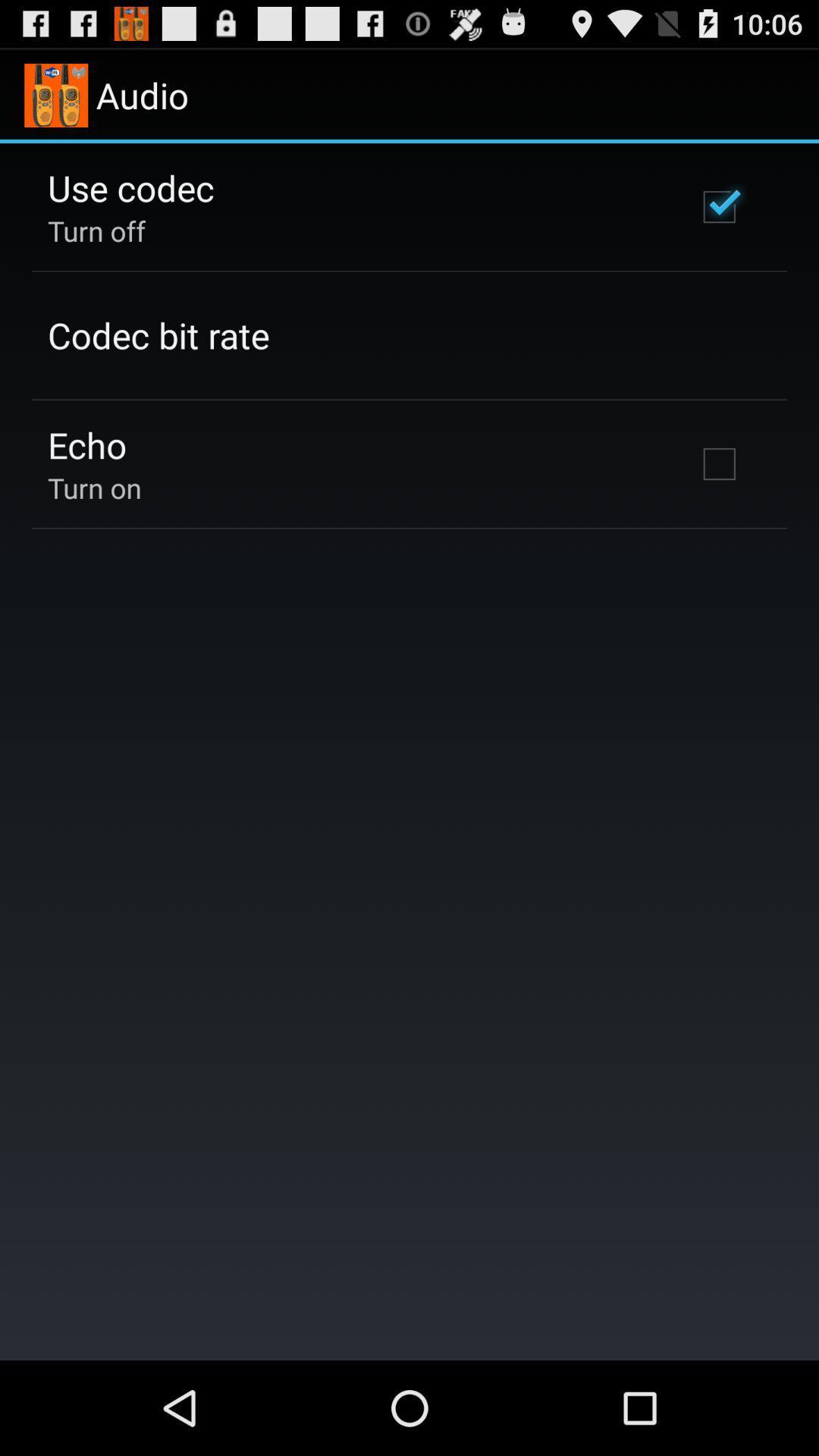 The height and width of the screenshot is (1456, 819). What do you see at coordinates (130, 187) in the screenshot?
I see `use codec item` at bounding box center [130, 187].